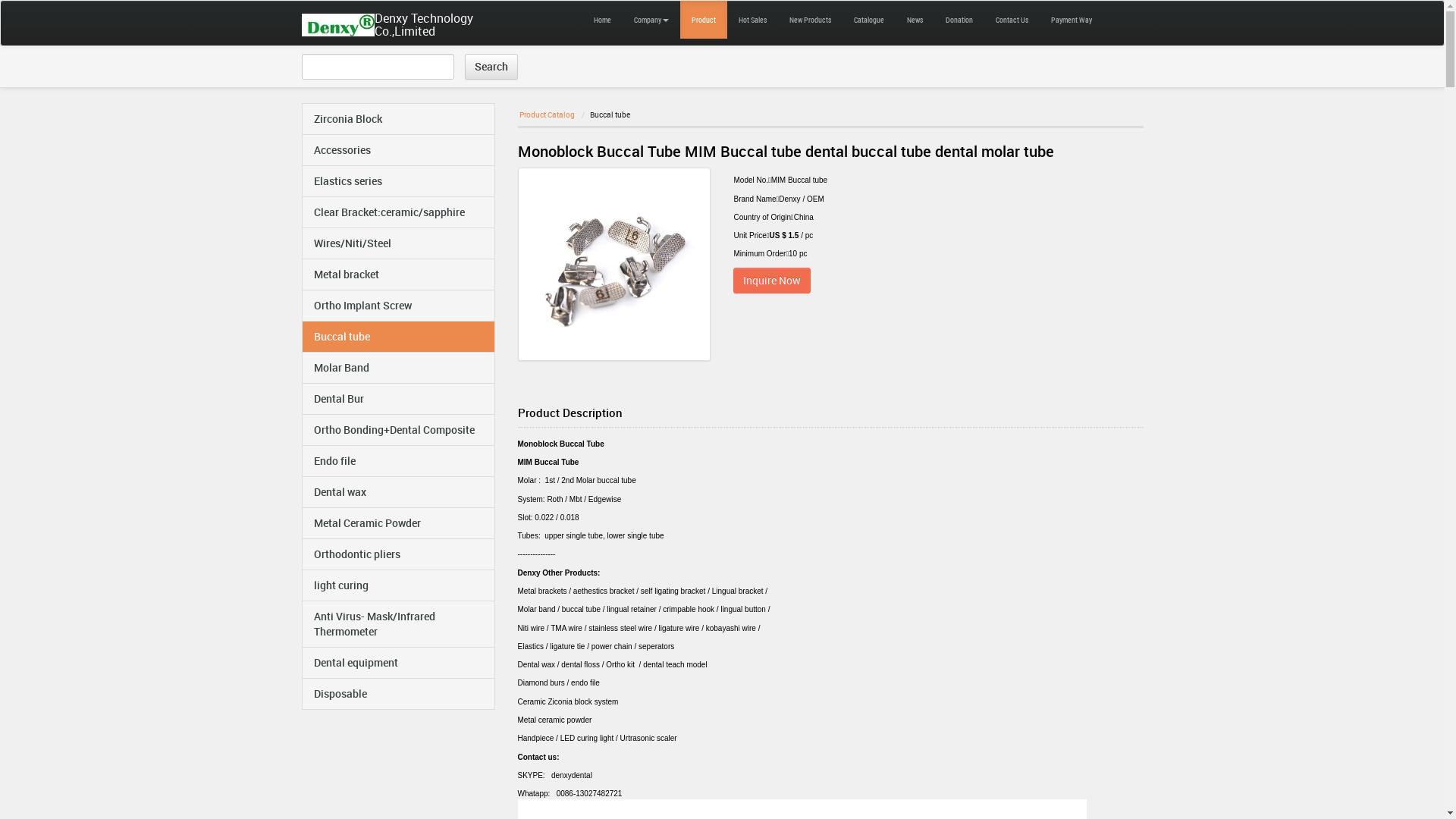  Describe the element at coordinates (651, 20) in the screenshot. I see `'Company'` at that location.